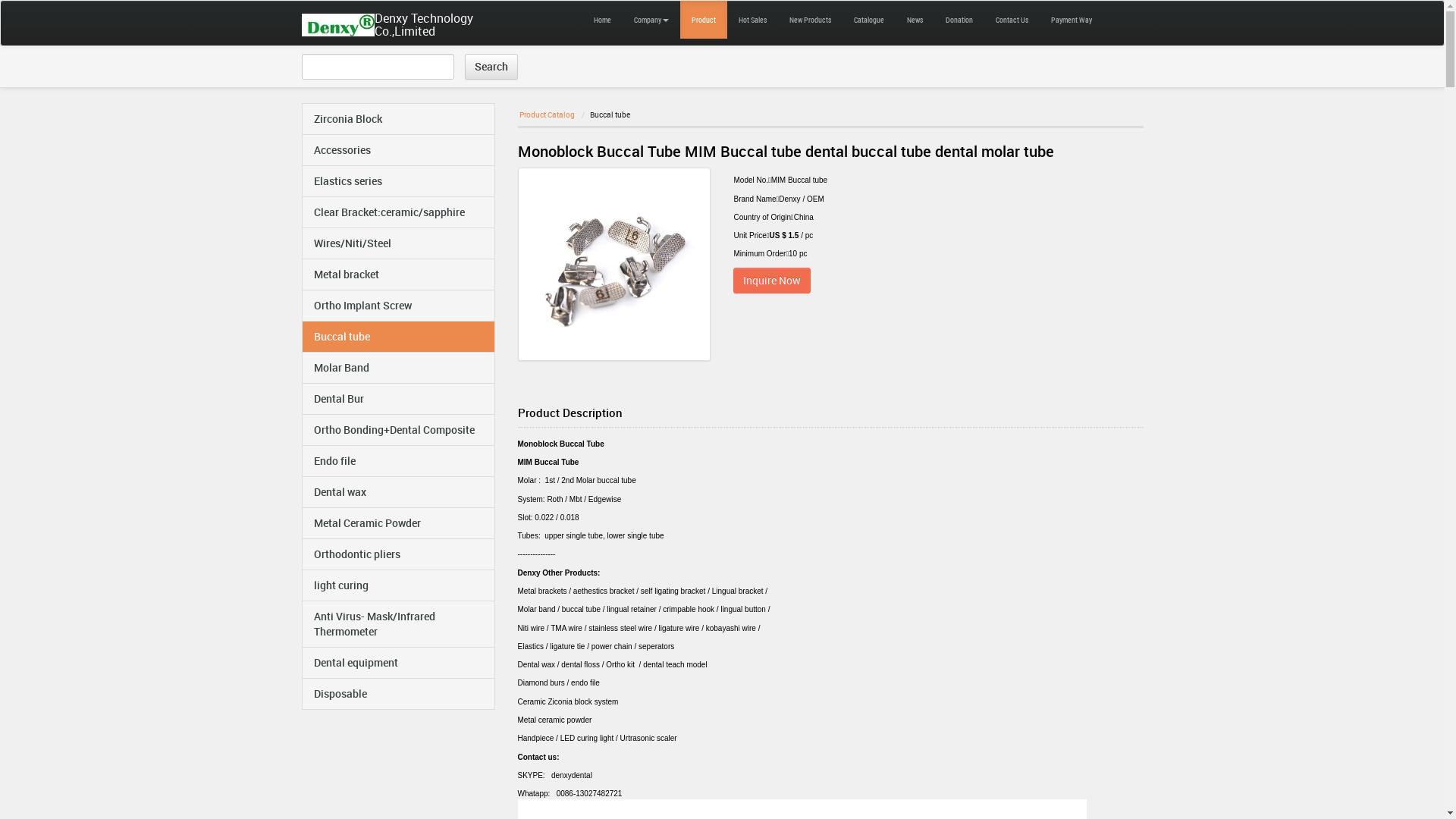  Describe the element at coordinates (651, 20) in the screenshot. I see `'Company'` at that location.